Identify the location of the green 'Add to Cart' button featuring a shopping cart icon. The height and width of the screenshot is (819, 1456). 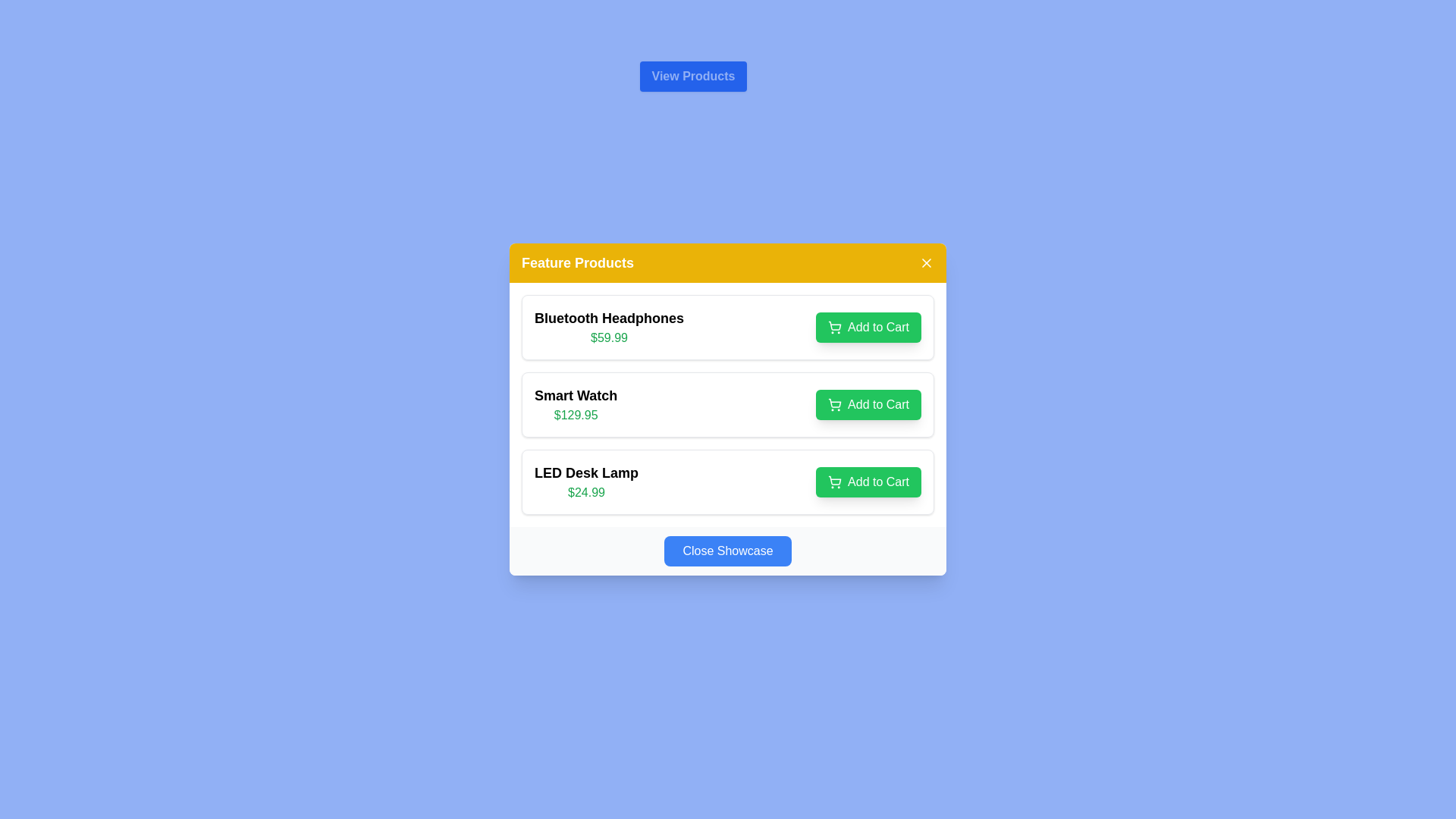
(868, 403).